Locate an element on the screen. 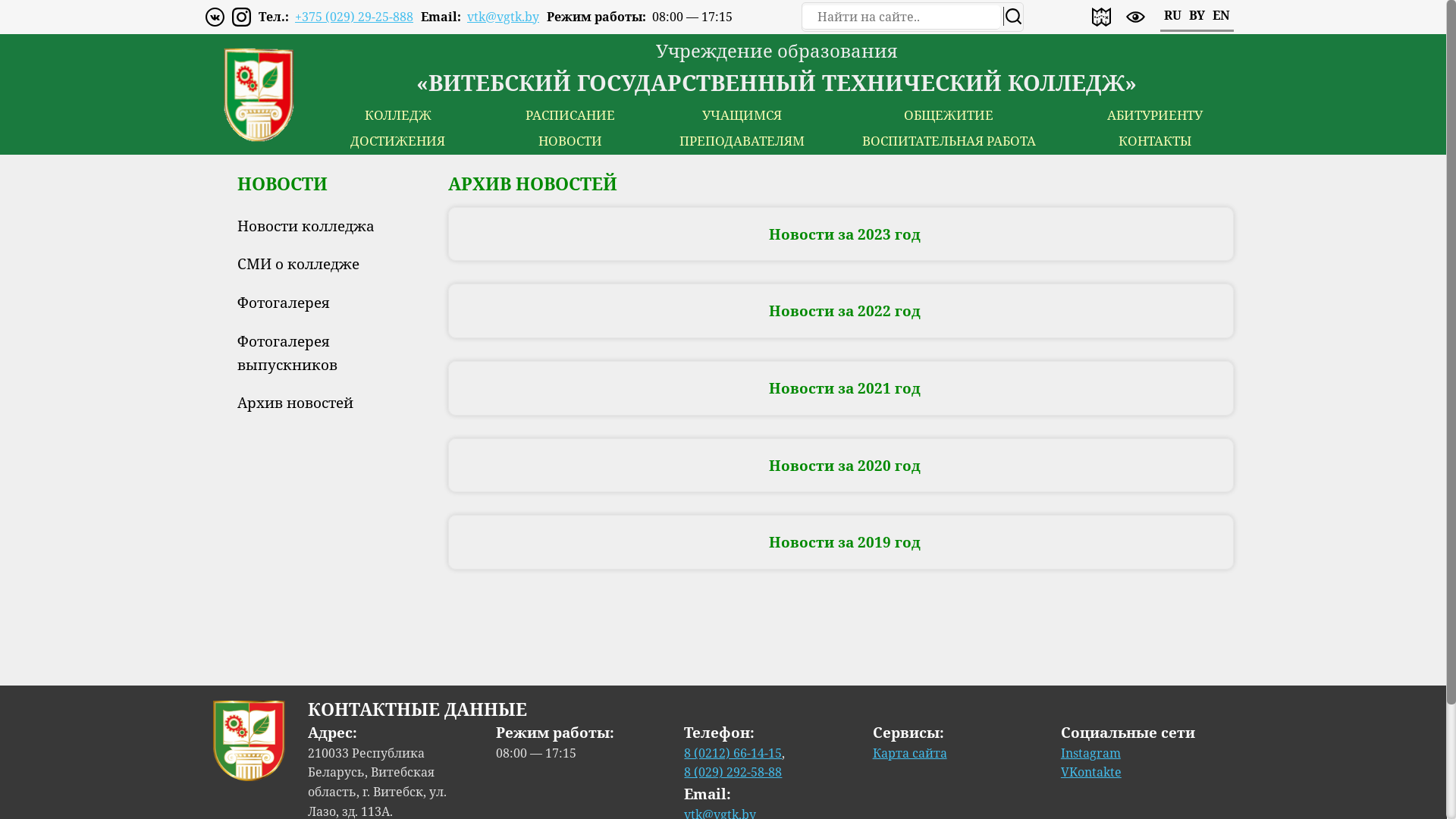 This screenshot has width=1456, height=819. 'Instagram' is located at coordinates (1090, 752).